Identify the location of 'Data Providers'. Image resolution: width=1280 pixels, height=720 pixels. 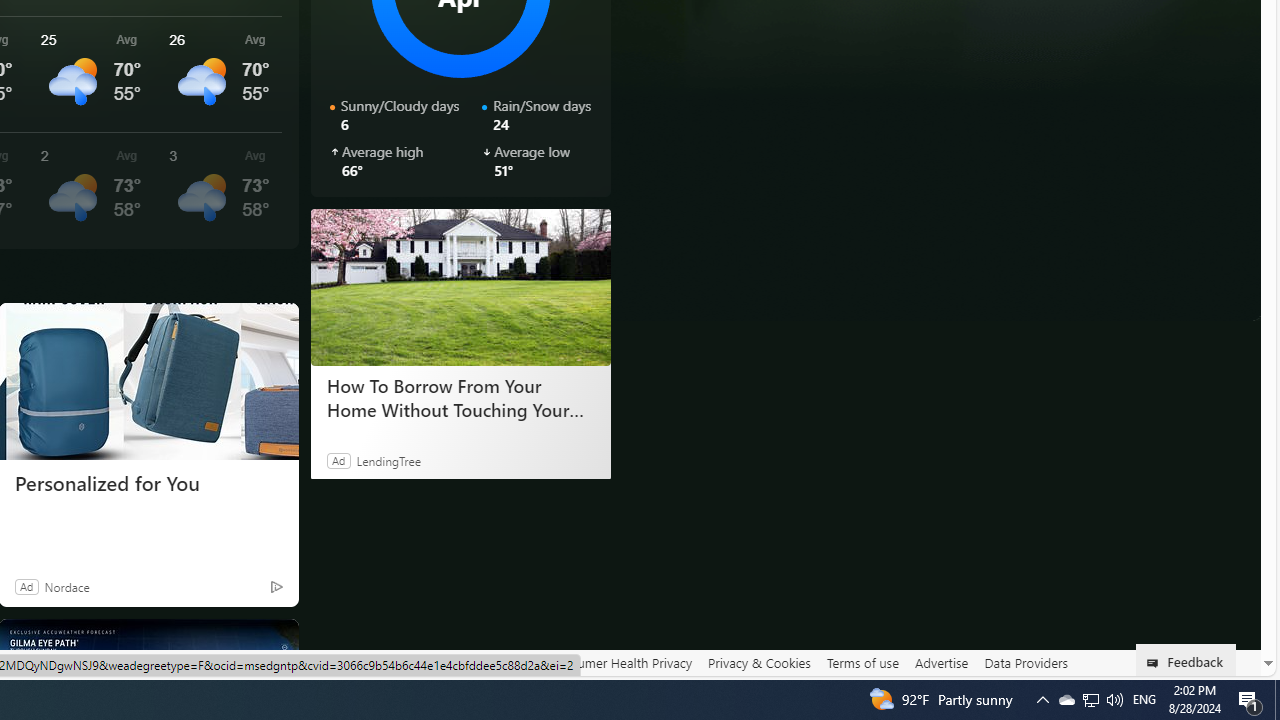
(1025, 663).